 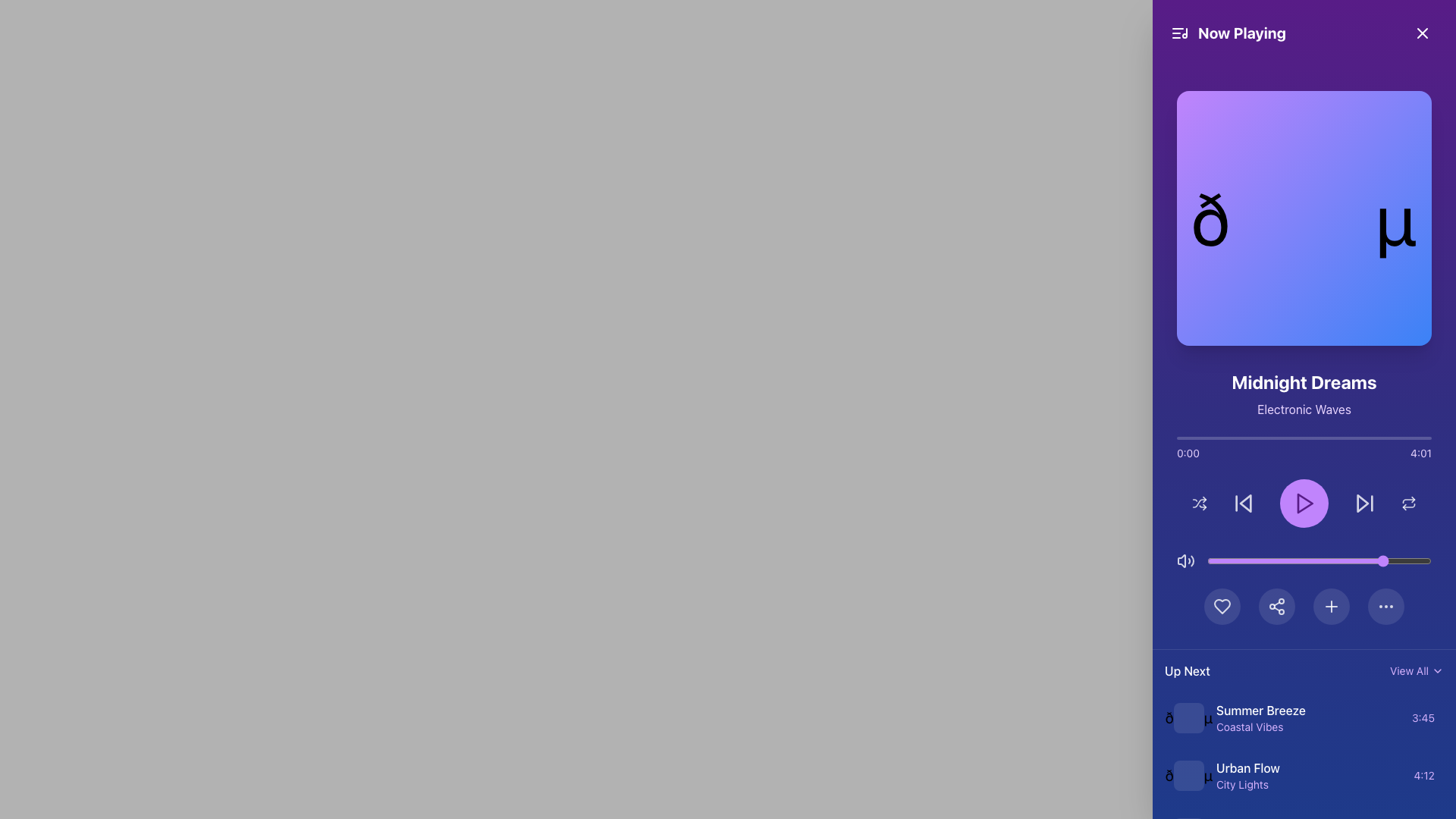 I want to click on the content of the Text Display (Title and Subtitle Pair) which shows 'Summer Breeze' in white bold font and 'Coastal Vibes' in light purple font, located in the 'Up Next' list of the music interface, so click(x=1307, y=717).